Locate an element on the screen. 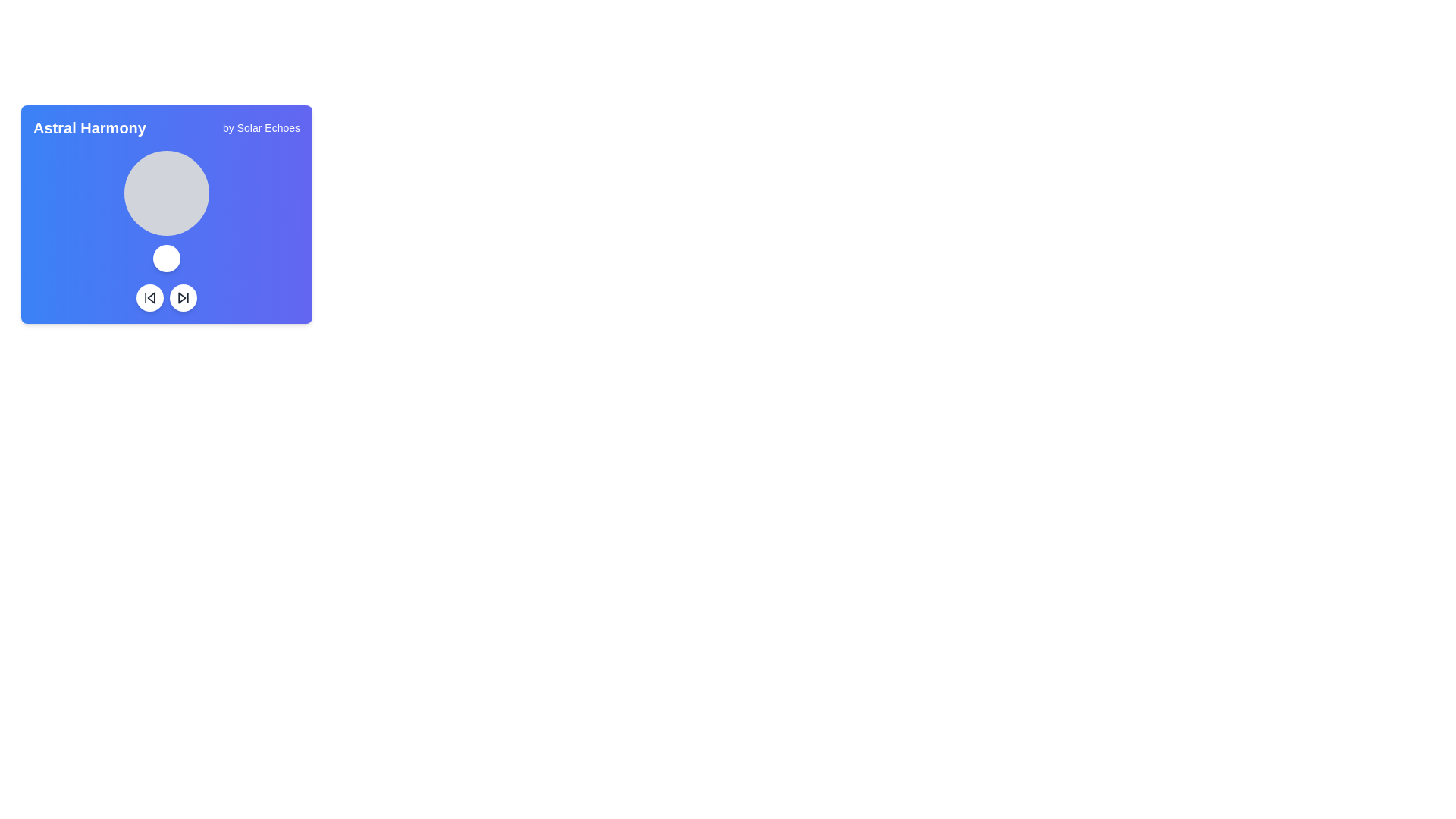  the leftmost circular button located at the bottom center of the card interface is located at coordinates (149, 298).